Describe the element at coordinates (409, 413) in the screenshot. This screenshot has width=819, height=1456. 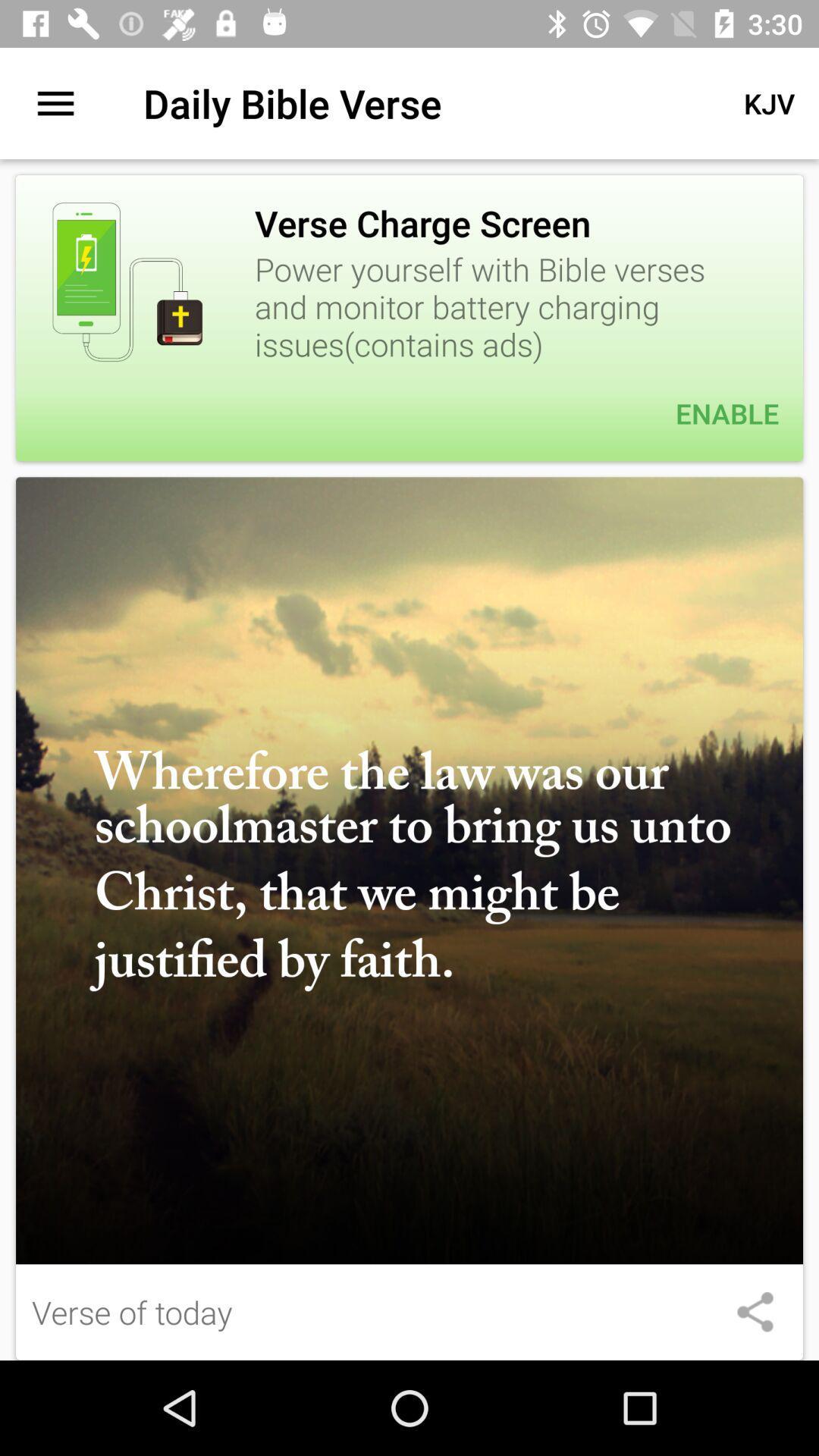
I see `item below the power yourself with` at that location.